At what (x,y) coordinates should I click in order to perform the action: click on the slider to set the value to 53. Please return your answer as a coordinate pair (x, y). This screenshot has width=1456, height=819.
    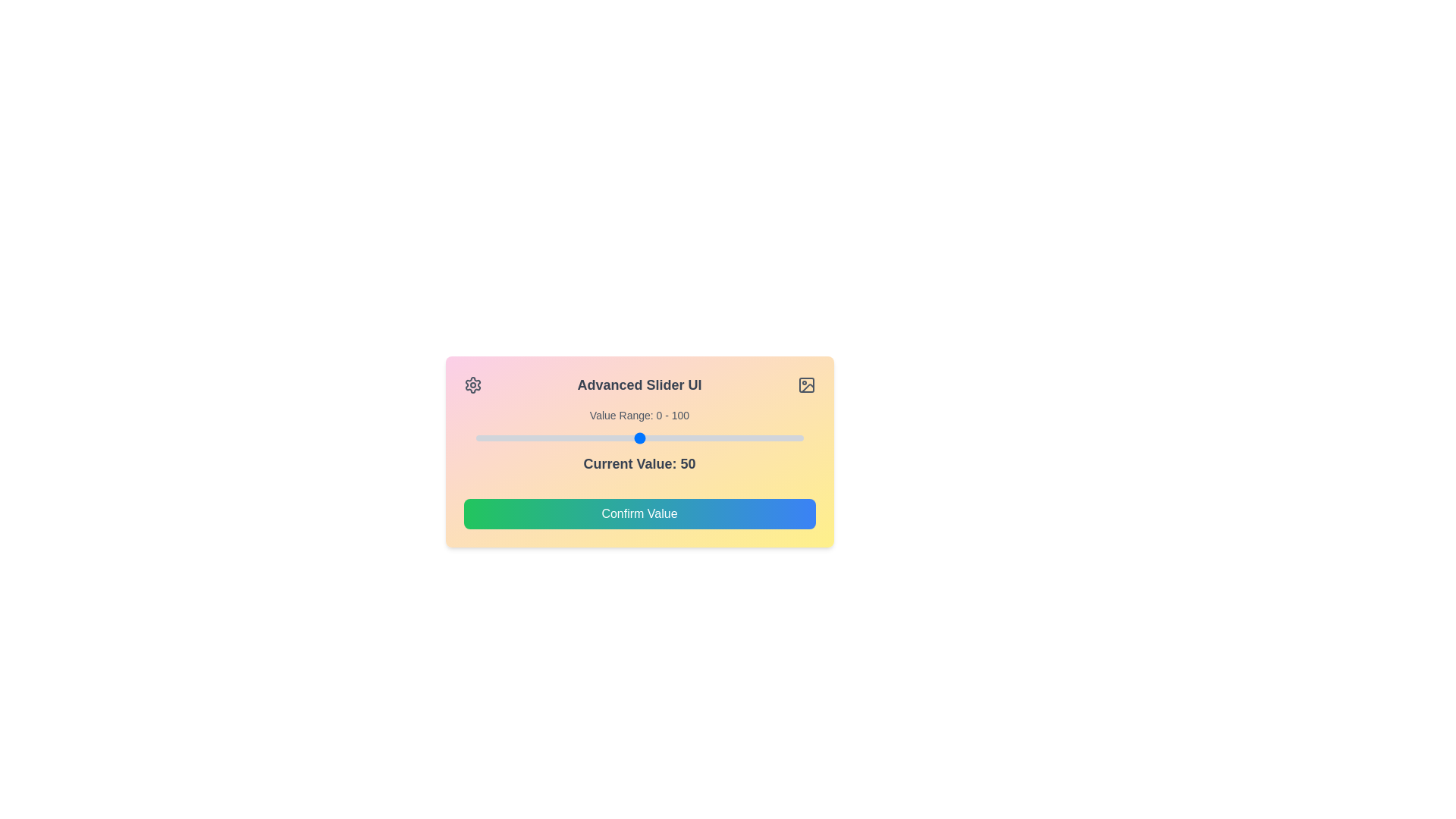
    Looking at the image, I should click on (649, 438).